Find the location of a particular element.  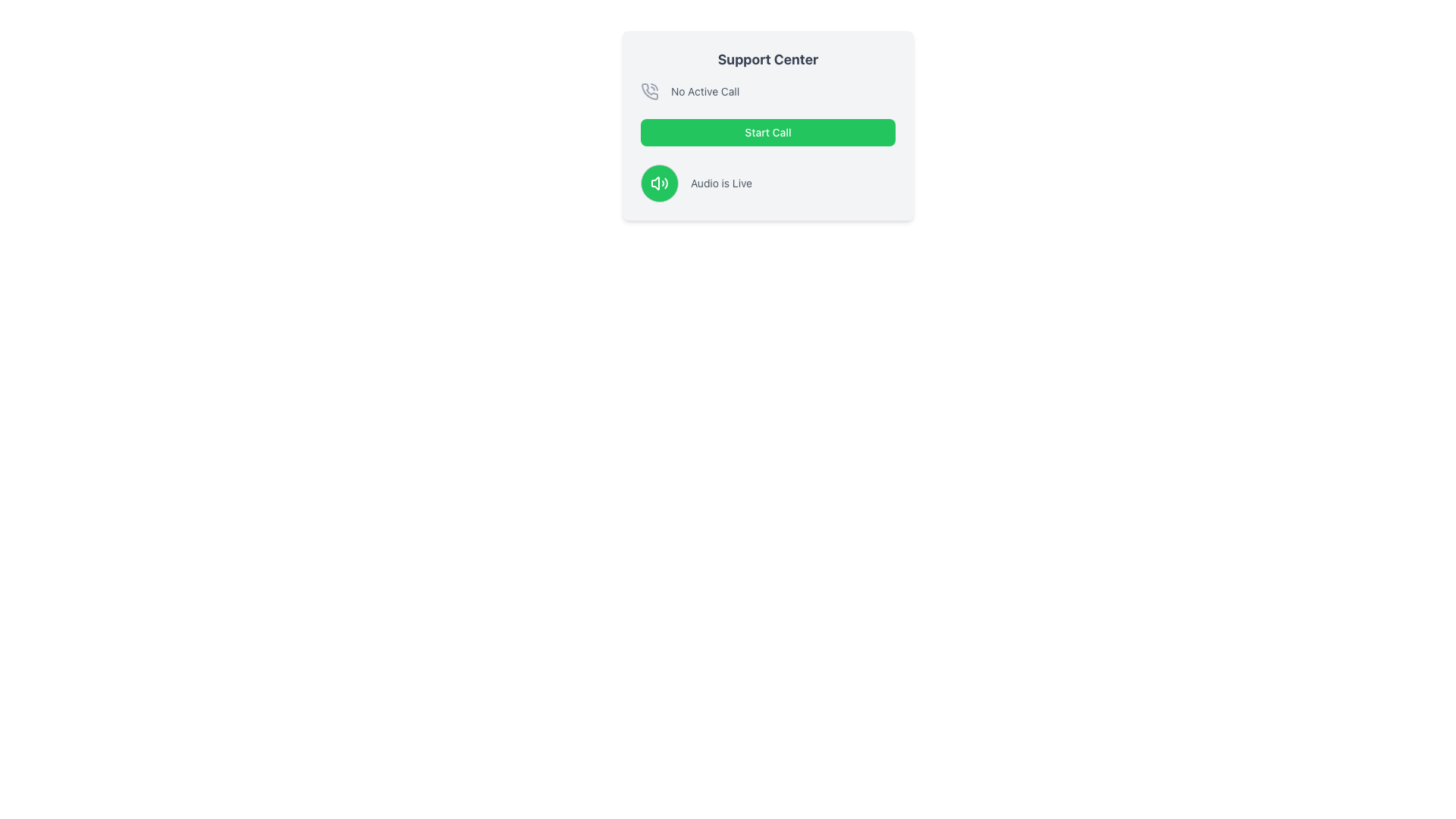

the 'No Active Call' status icon located to the left of the 'No Active Call' text within the 'Support Center' card layout is located at coordinates (650, 91).